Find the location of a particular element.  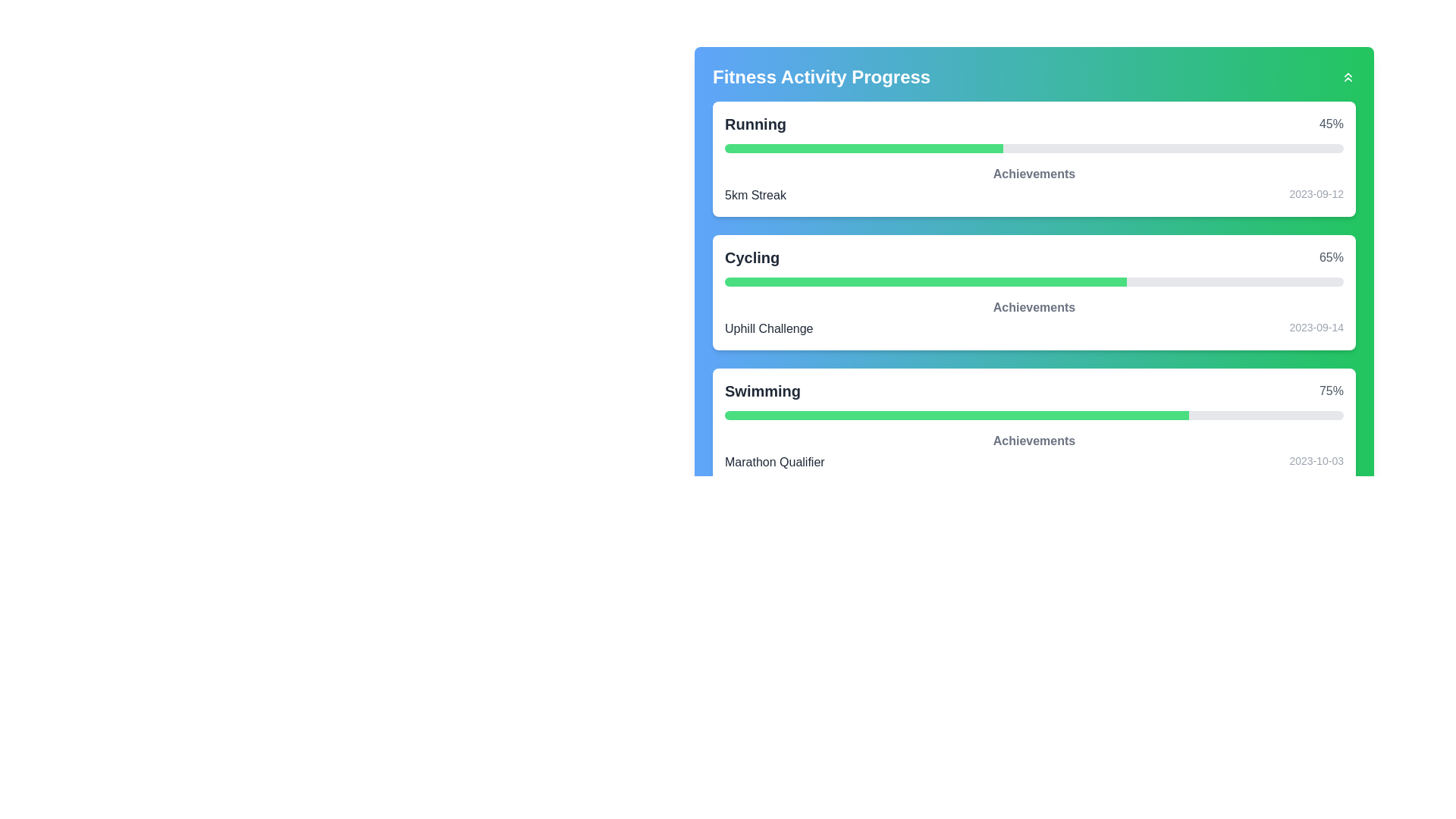

the achievements section label for the 'Cycling' activity, which is located in the second card of the interface, just above 'Uphill Challenge' is located at coordinates (1033, 307).